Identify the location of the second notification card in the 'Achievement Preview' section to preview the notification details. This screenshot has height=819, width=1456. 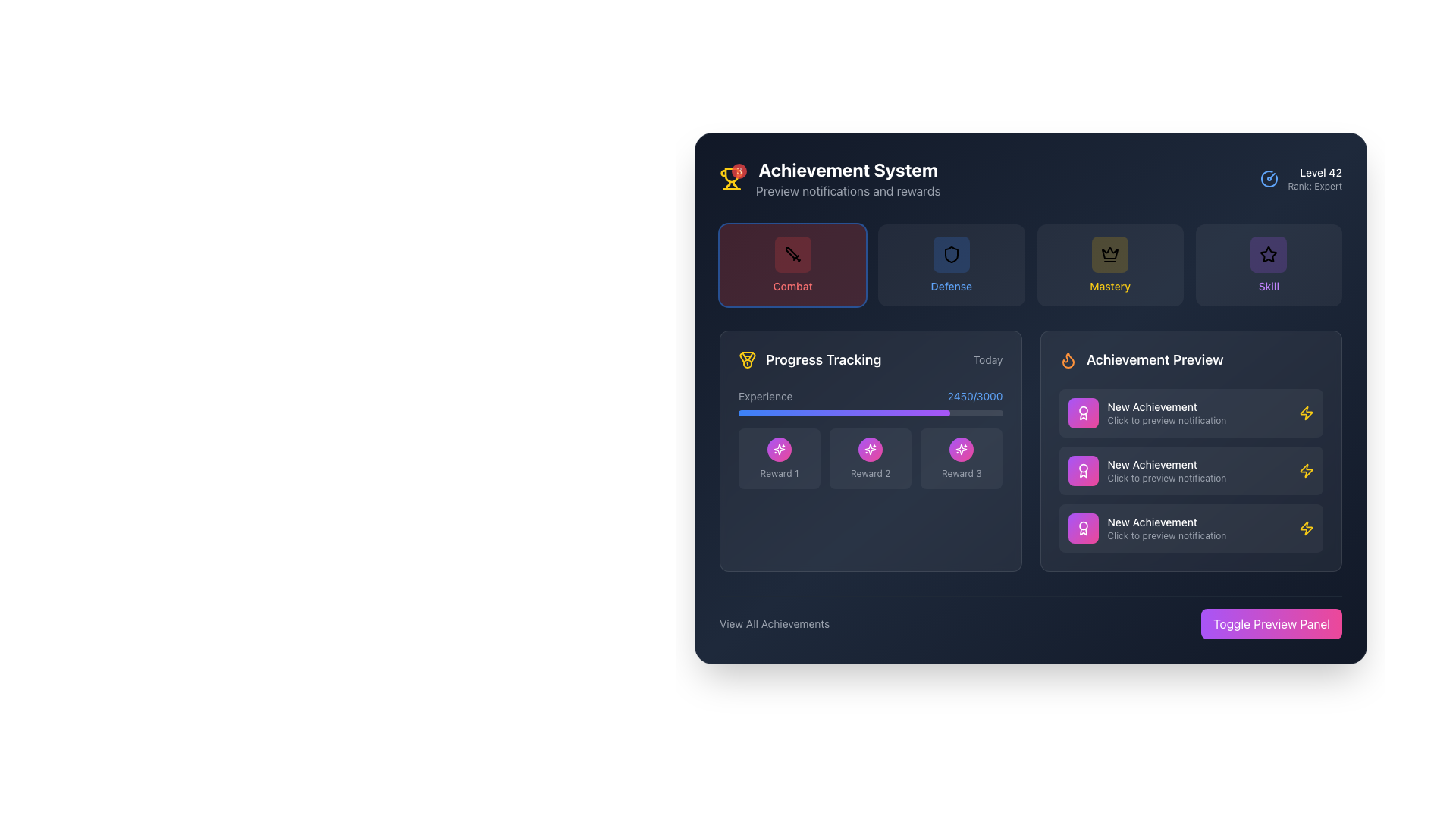
(1190, 470).